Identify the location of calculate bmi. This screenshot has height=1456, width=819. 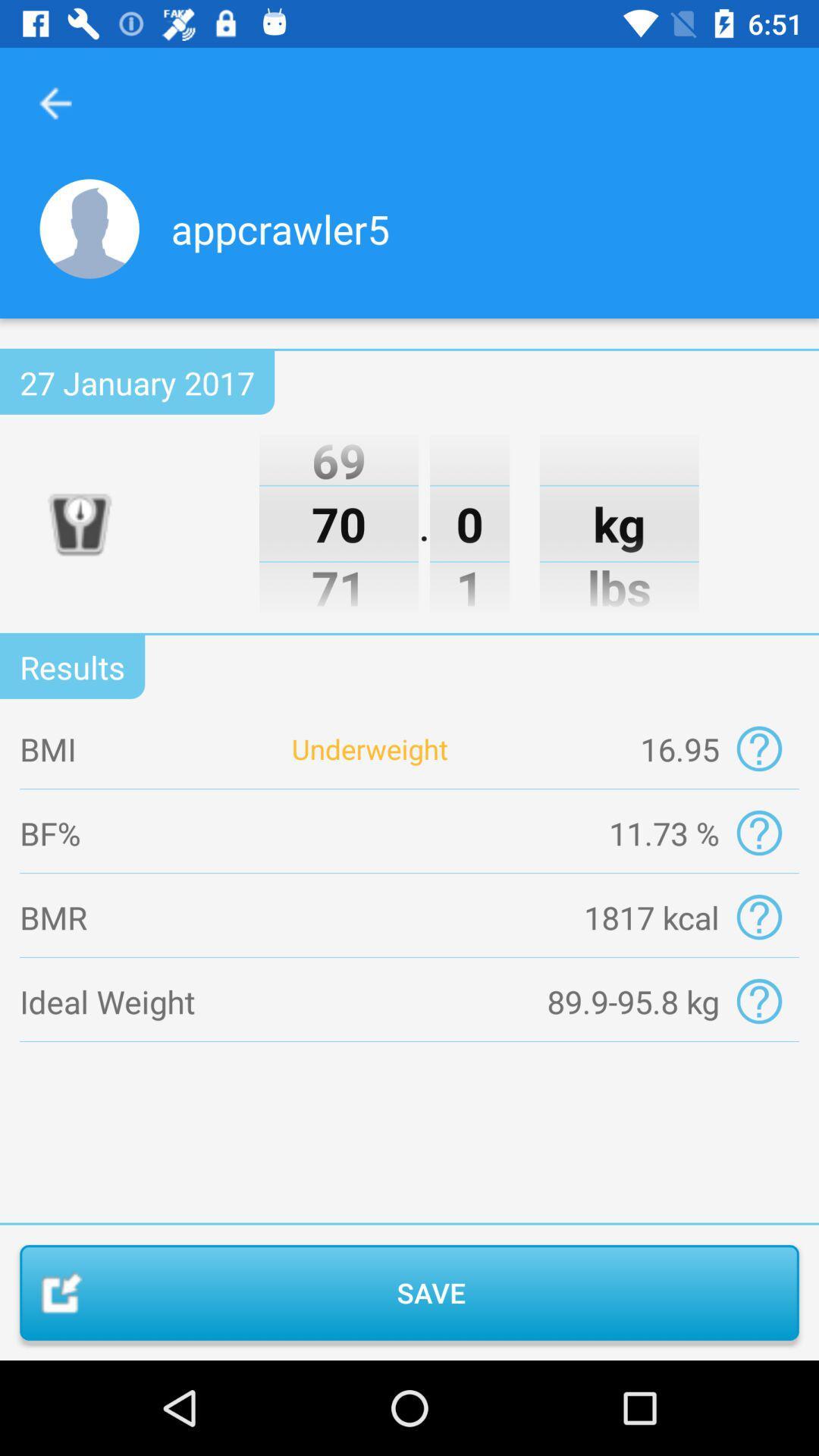
(759, 748).